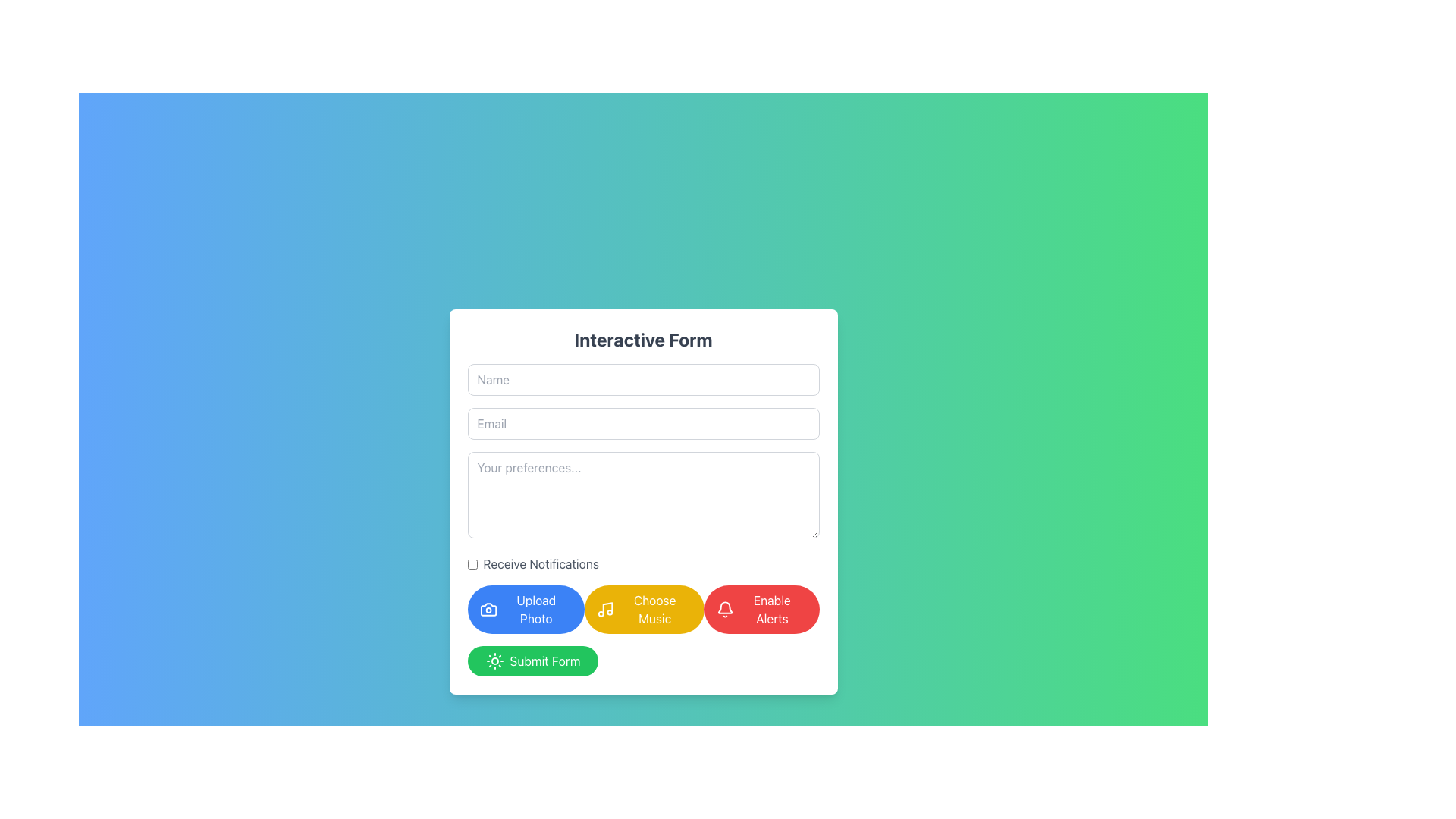 The height and width of the screenshot is (819, 1456). I want to click on the button located between the blue 'Upload Photo' button and the red 'Enable Alerts' button at the bottom of the form to choose music, so click(645, 608).